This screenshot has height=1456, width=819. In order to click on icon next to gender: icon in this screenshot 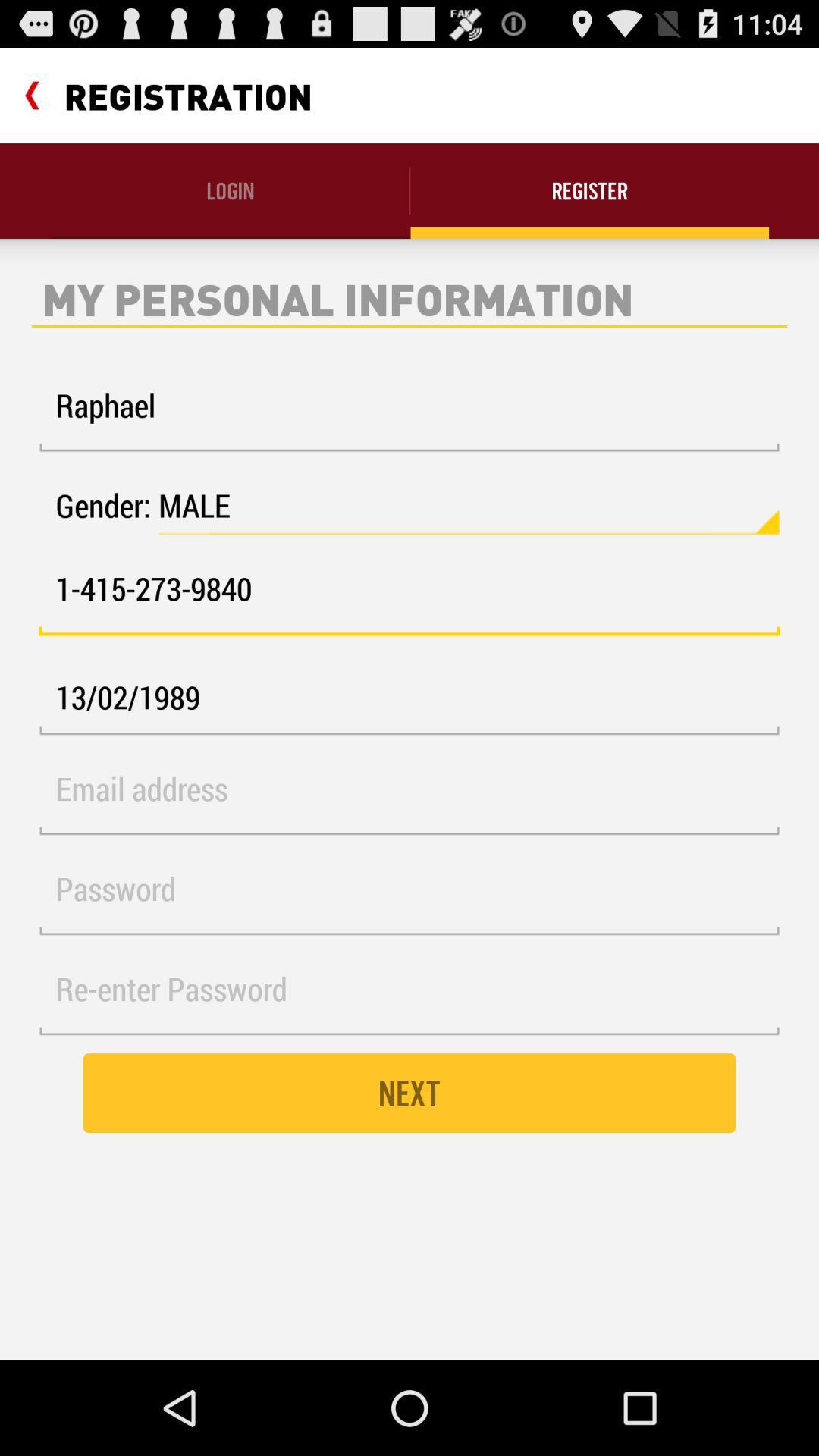, I will do `click(468, 506)`.